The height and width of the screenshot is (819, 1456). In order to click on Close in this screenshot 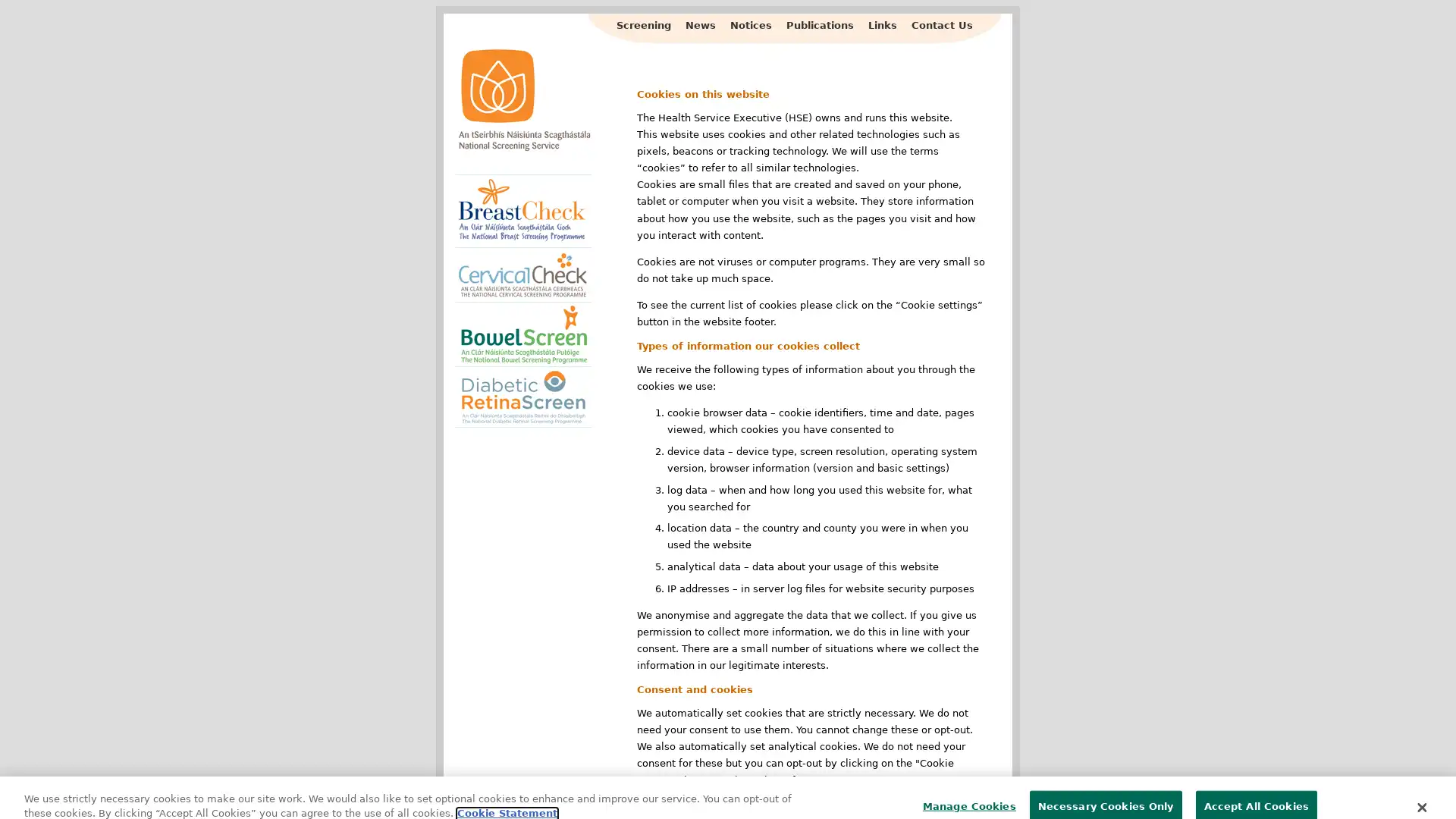, I will do `click(1420, 786)`.